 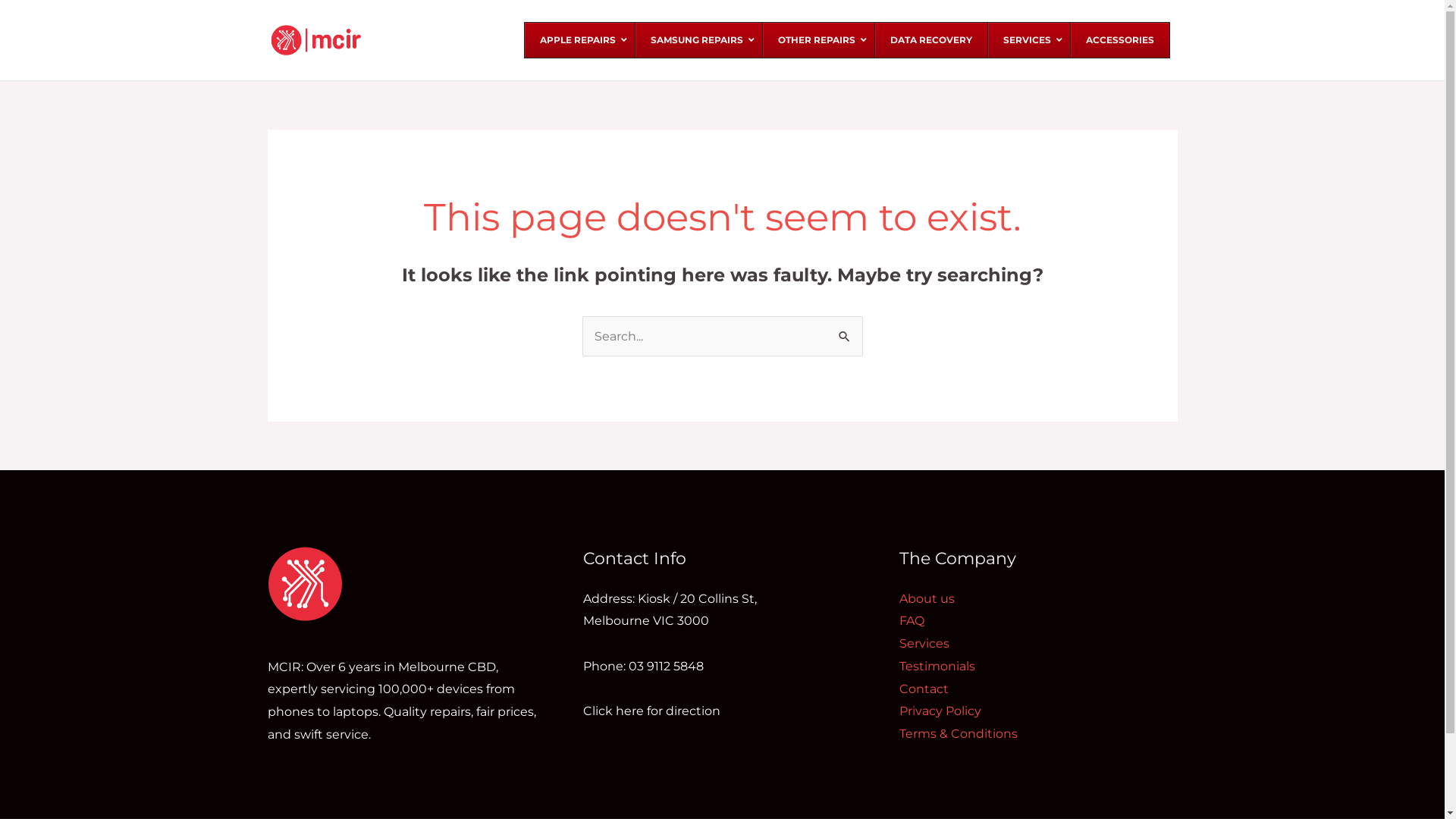 What do you see at coordinates (697, 39) in the screenshot?
I see `'SAMSUNG REPAIRS'` at bounding box center [697, 39].